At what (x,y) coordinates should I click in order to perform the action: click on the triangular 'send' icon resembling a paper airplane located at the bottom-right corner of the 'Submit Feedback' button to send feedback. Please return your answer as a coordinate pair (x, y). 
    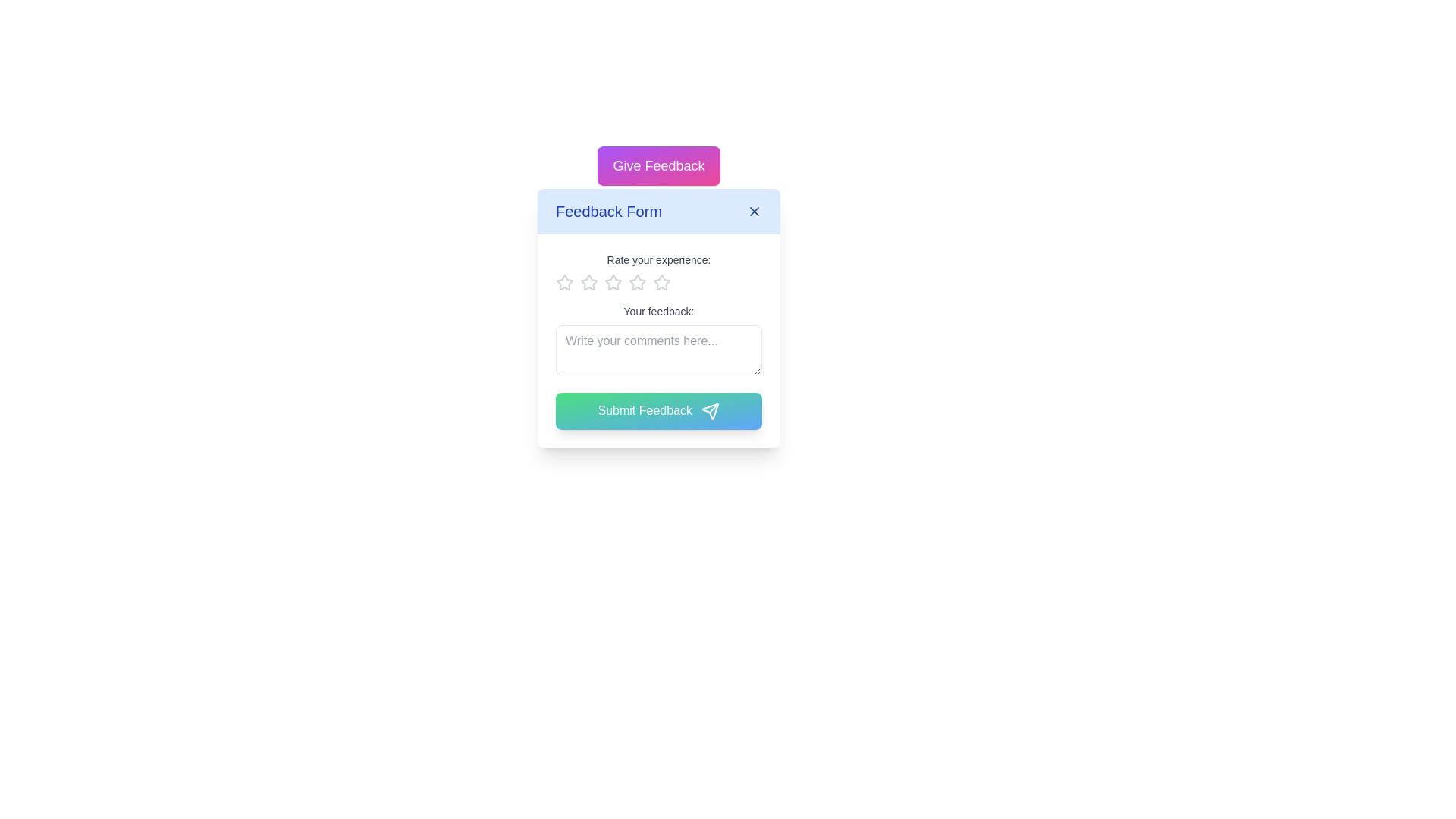
    Looking at the image, I should click on (710, 411).